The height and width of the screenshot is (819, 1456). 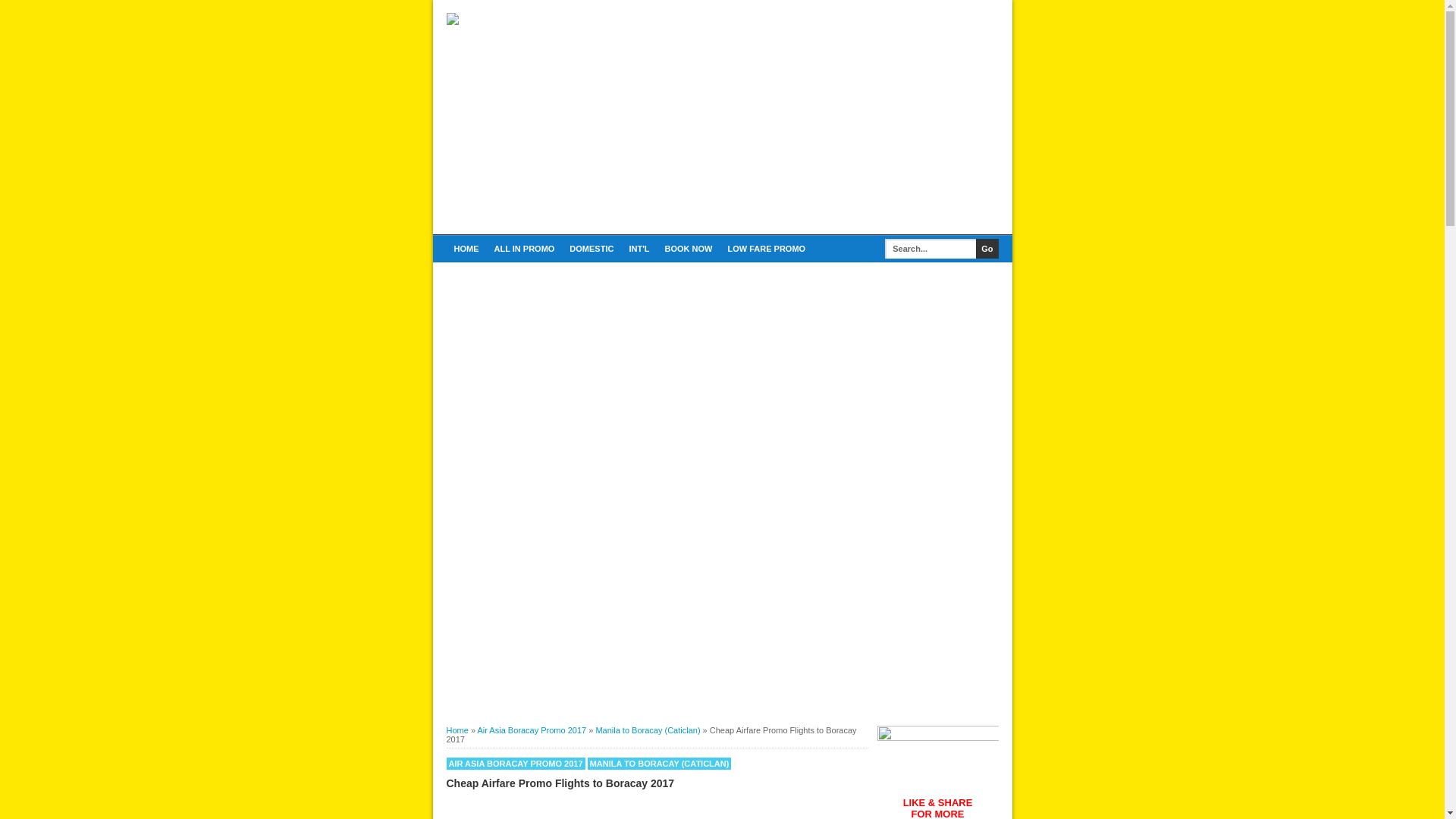 I want to click on 'Home', so click(x=445, y=730).